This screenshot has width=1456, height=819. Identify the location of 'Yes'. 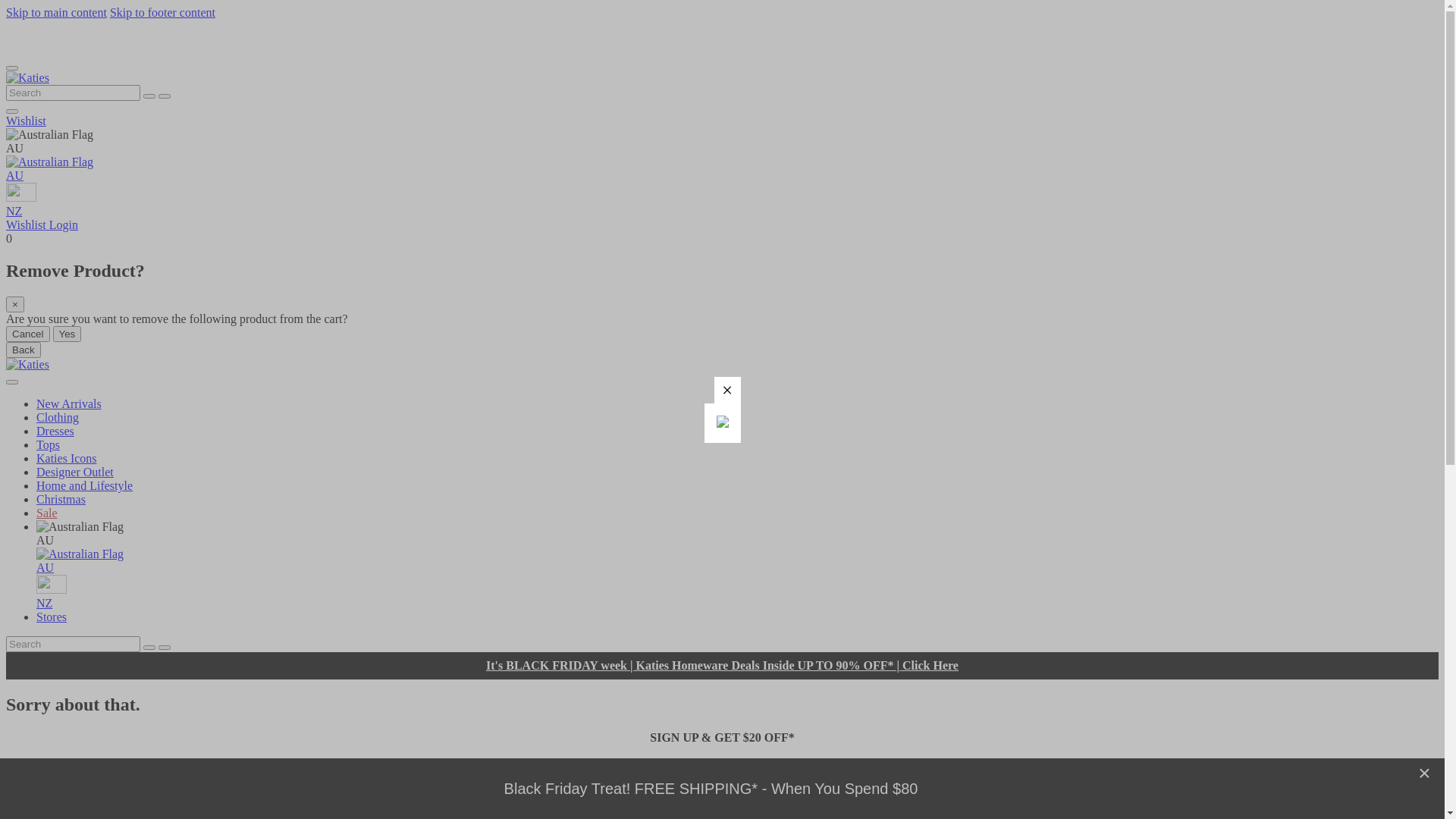
(53, 333).